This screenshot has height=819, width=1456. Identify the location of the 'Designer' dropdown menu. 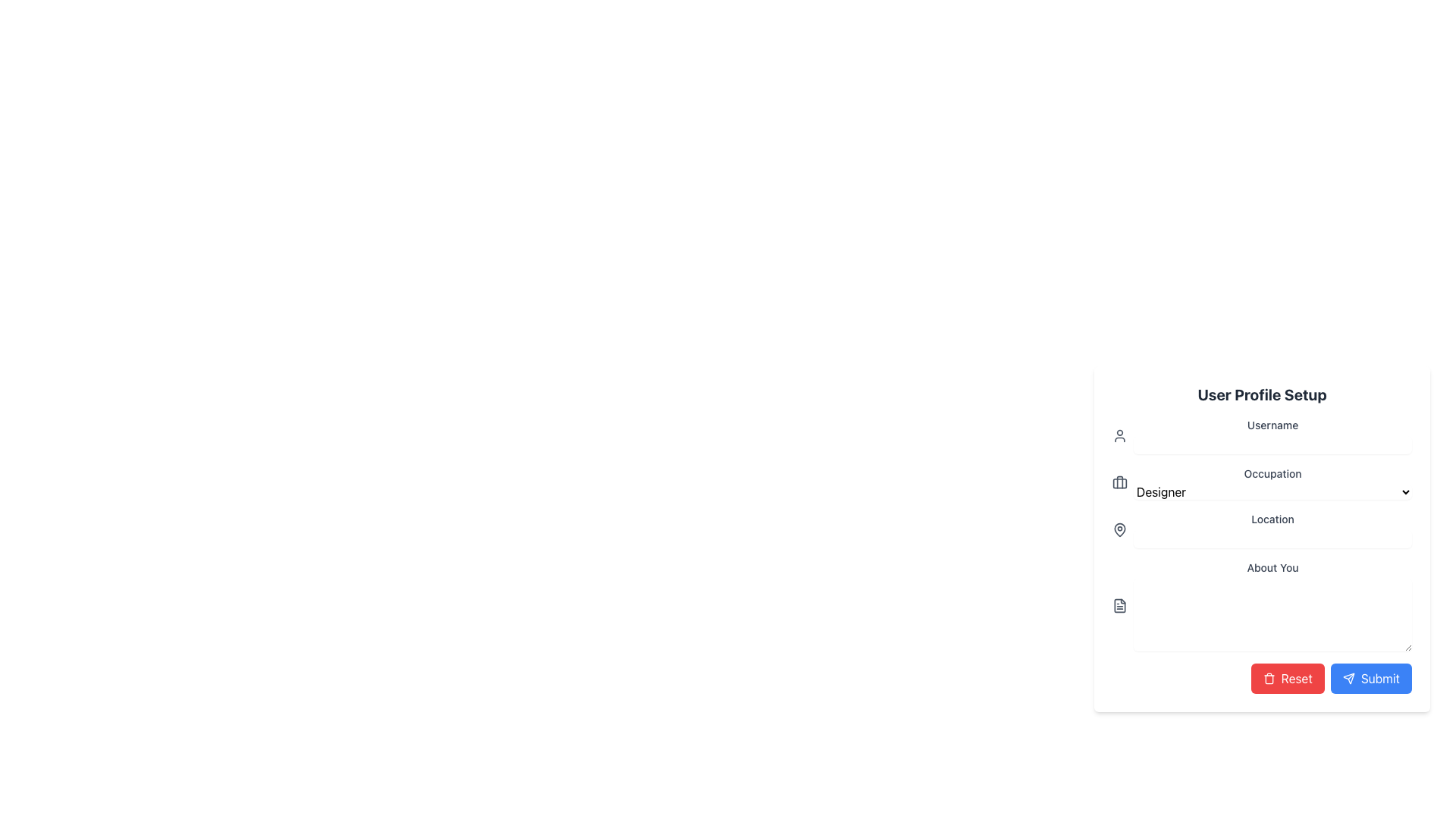
(1272, 491).